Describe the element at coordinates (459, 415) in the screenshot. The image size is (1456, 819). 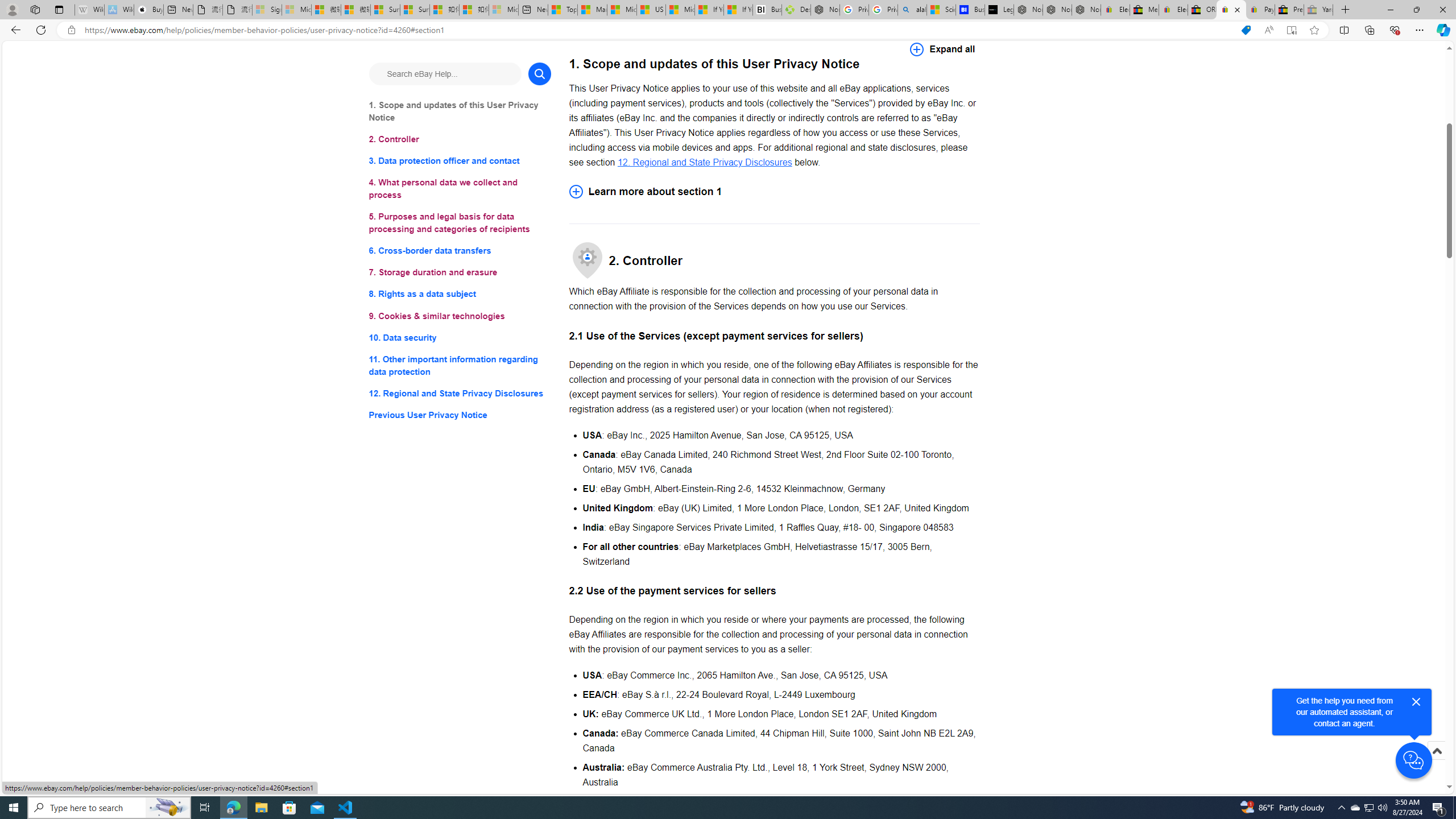
I see `'Previous User Privacy Notice'` at that location.